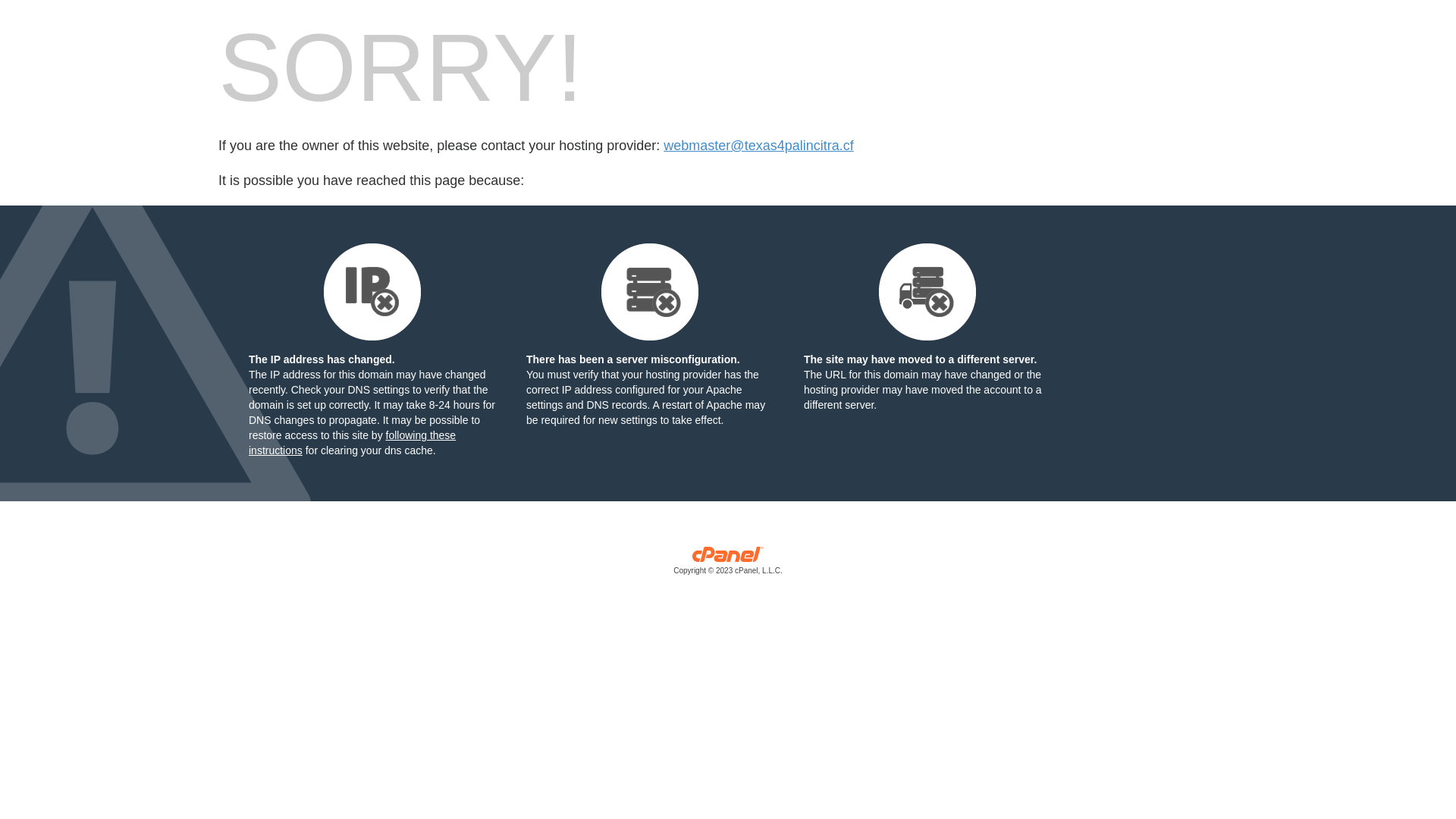 The width and height of the screenshot is (1456, 819). I want to click on 'following these instructions', so click(351, 442).